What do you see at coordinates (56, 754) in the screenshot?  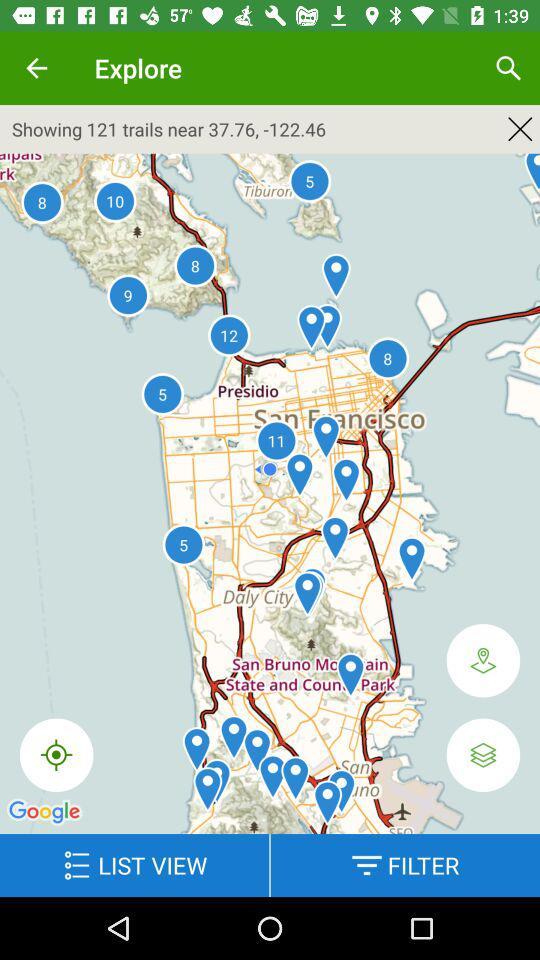 I see `the location_crosshair icon` at bounding box center [56, 754].